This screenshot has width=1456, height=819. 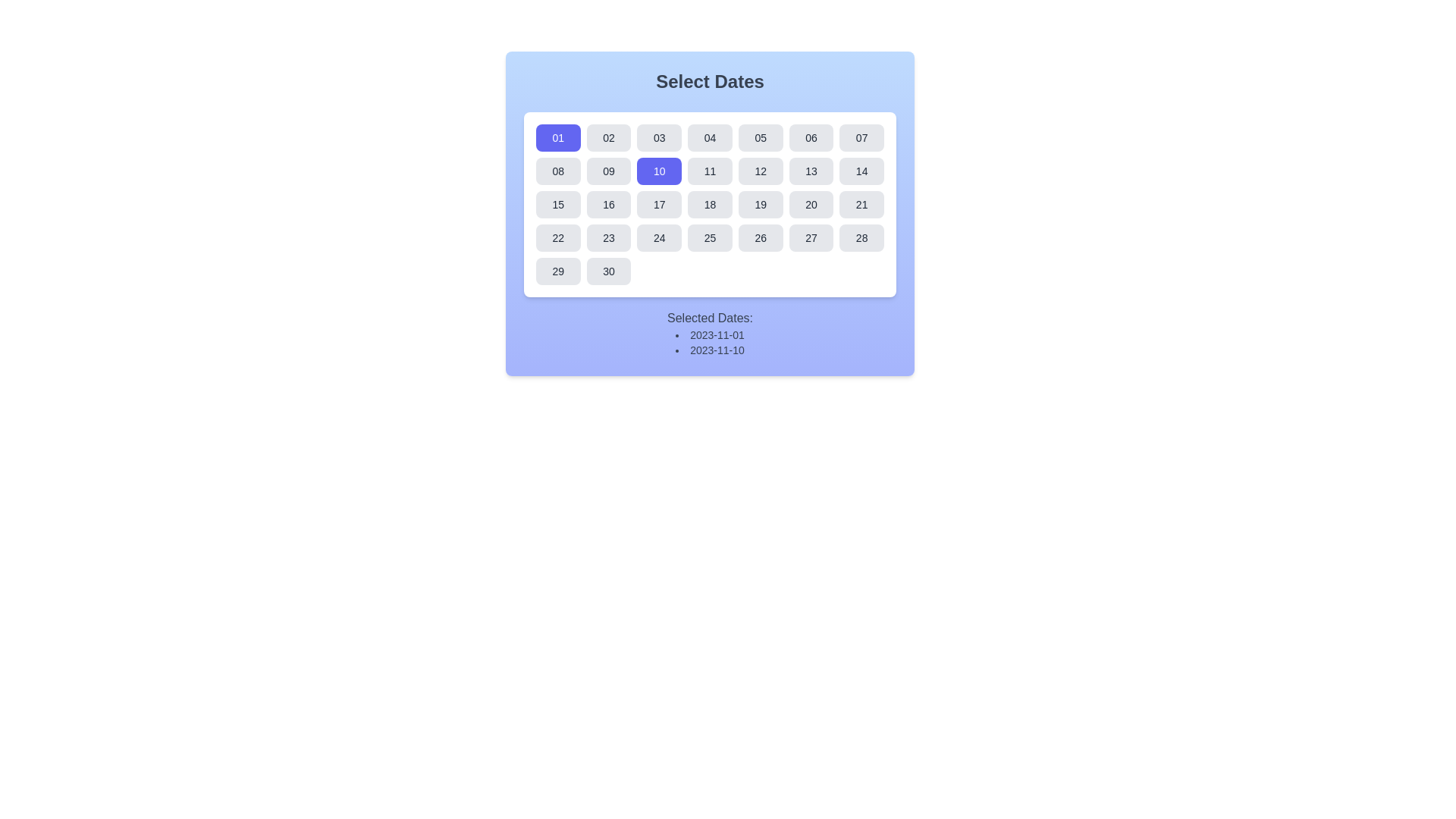 I want to click on the rounded rectangular button displaying '24' in the calendar grid, so click(x=659, y=237).